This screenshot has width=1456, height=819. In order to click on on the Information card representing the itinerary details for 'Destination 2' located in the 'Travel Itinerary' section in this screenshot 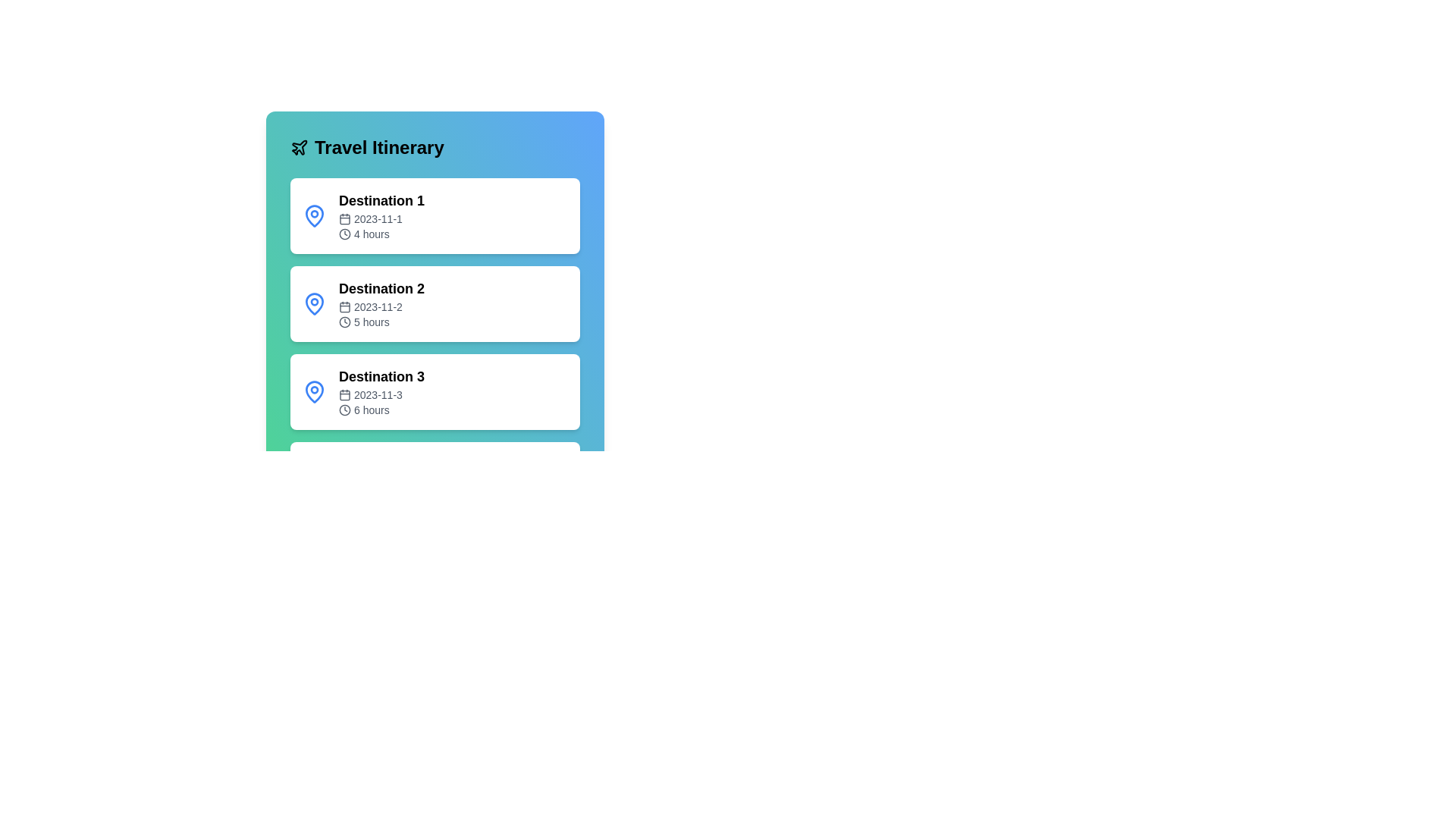, I will do `click(435, 271)`.